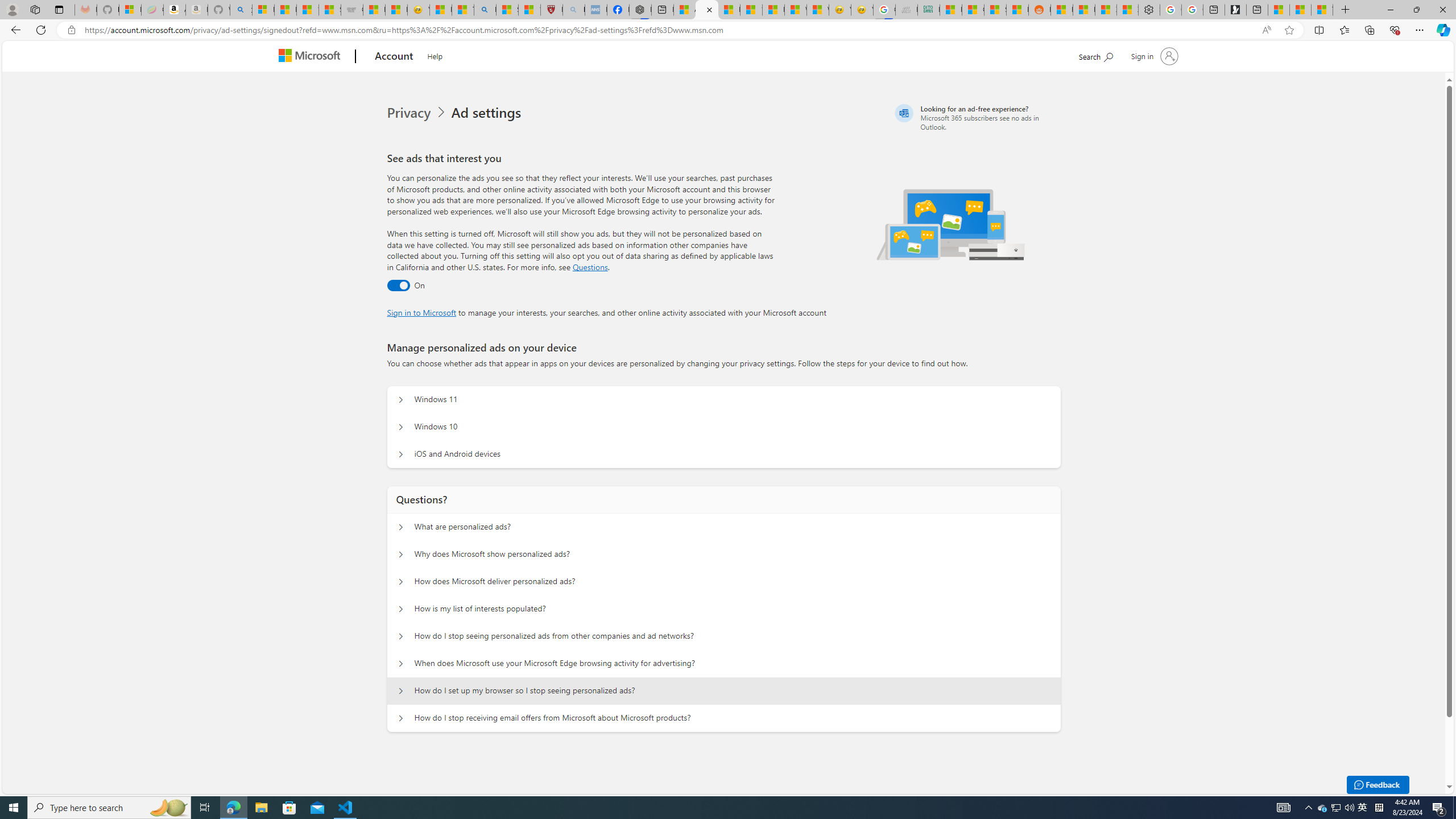 Image resolution: width=1456 pixels, height=819 pixels. What do you see at coordinates (552, 9) in the screenshot?
I see `'Robert H. Shmerling, MD - Harvard Health'` at bounding box center [552, 9].